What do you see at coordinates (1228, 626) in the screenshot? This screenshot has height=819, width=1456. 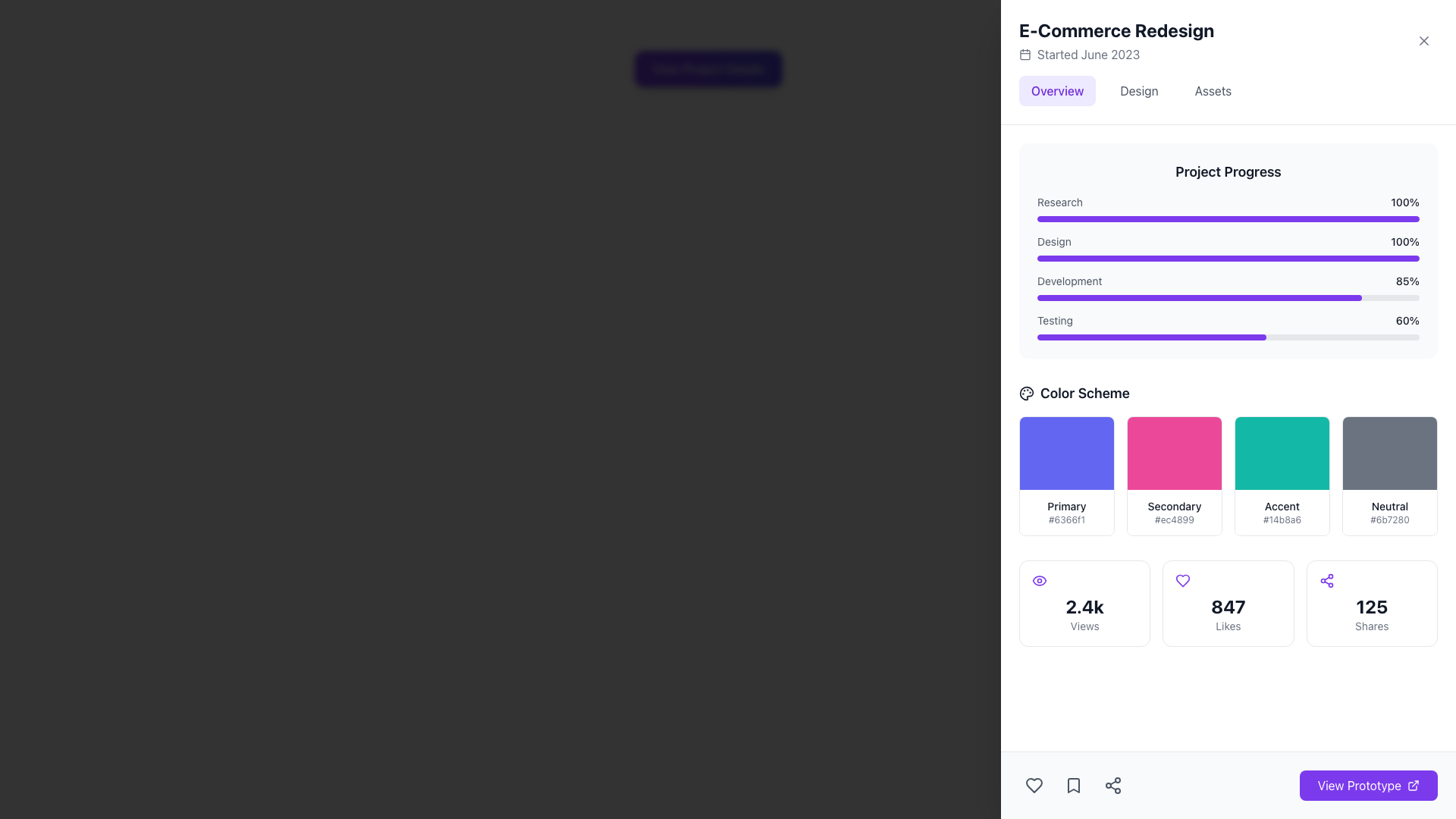 I see `the 'Likes' text label, which is small, gray, and located directly beneath the bold number '847'` at bounding box center [1228, 626].